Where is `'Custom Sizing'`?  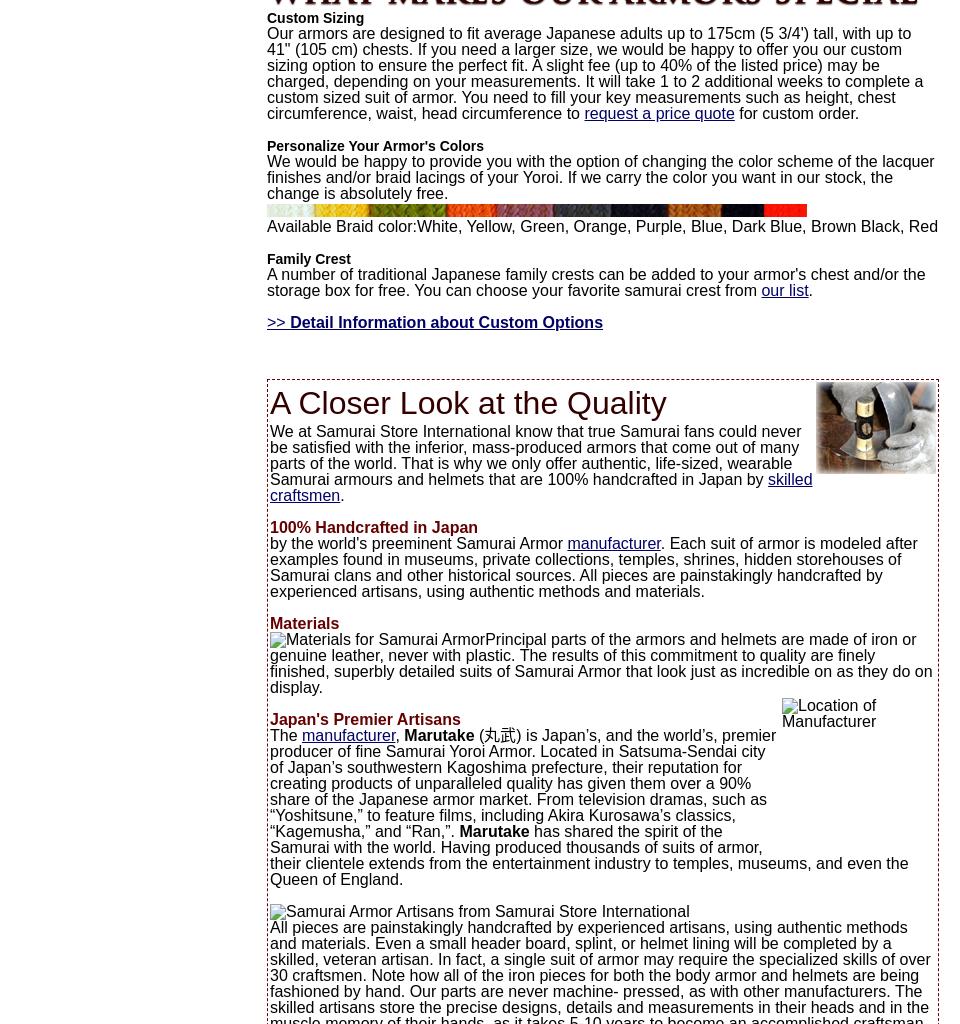 'Custom Sizing' is located at coordinates (315, 18).